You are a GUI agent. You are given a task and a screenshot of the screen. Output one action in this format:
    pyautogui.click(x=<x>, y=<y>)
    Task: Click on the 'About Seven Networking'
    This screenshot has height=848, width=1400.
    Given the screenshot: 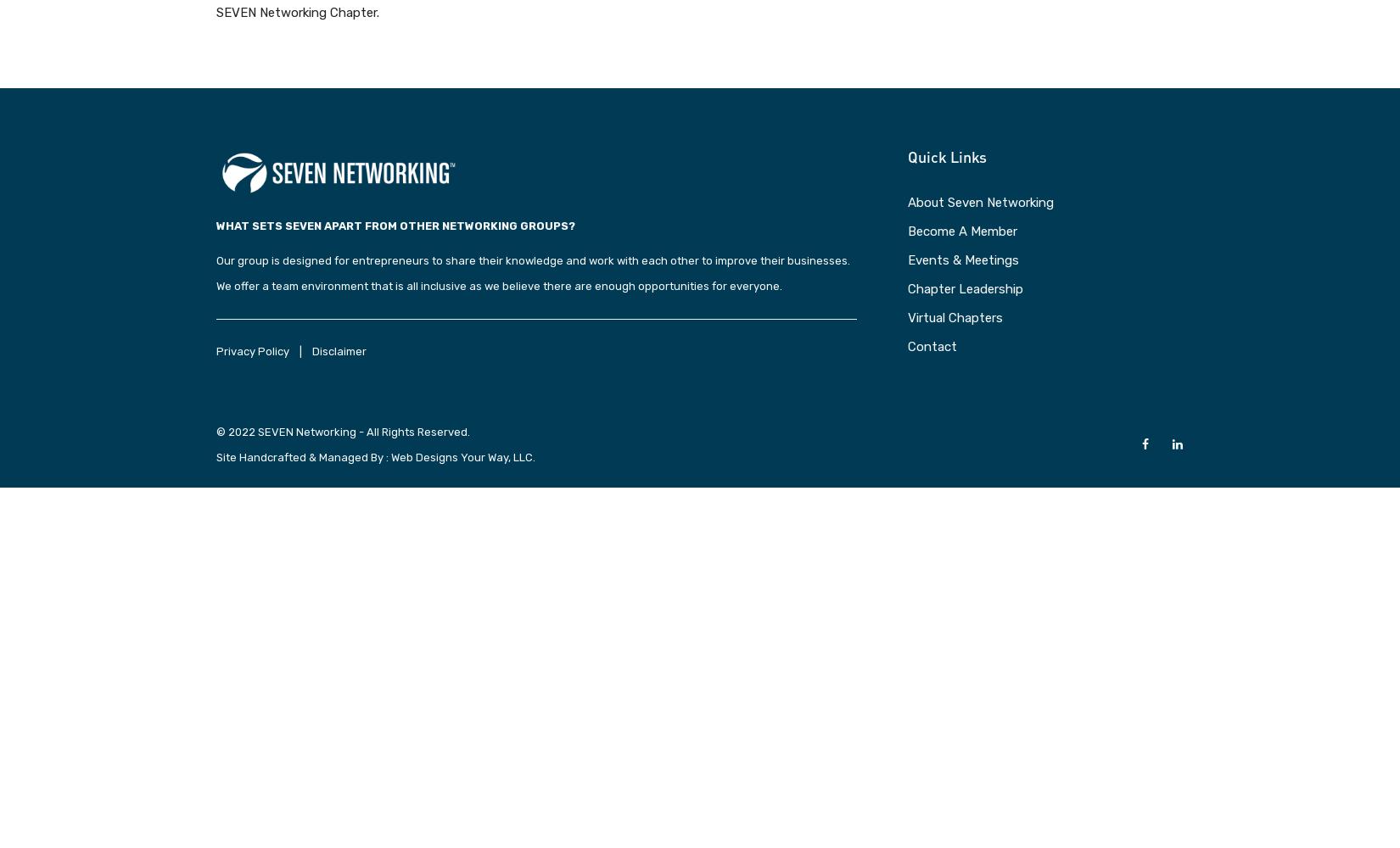 What is the action you would take?
    pyautogui.click(x=908, y=201)
    